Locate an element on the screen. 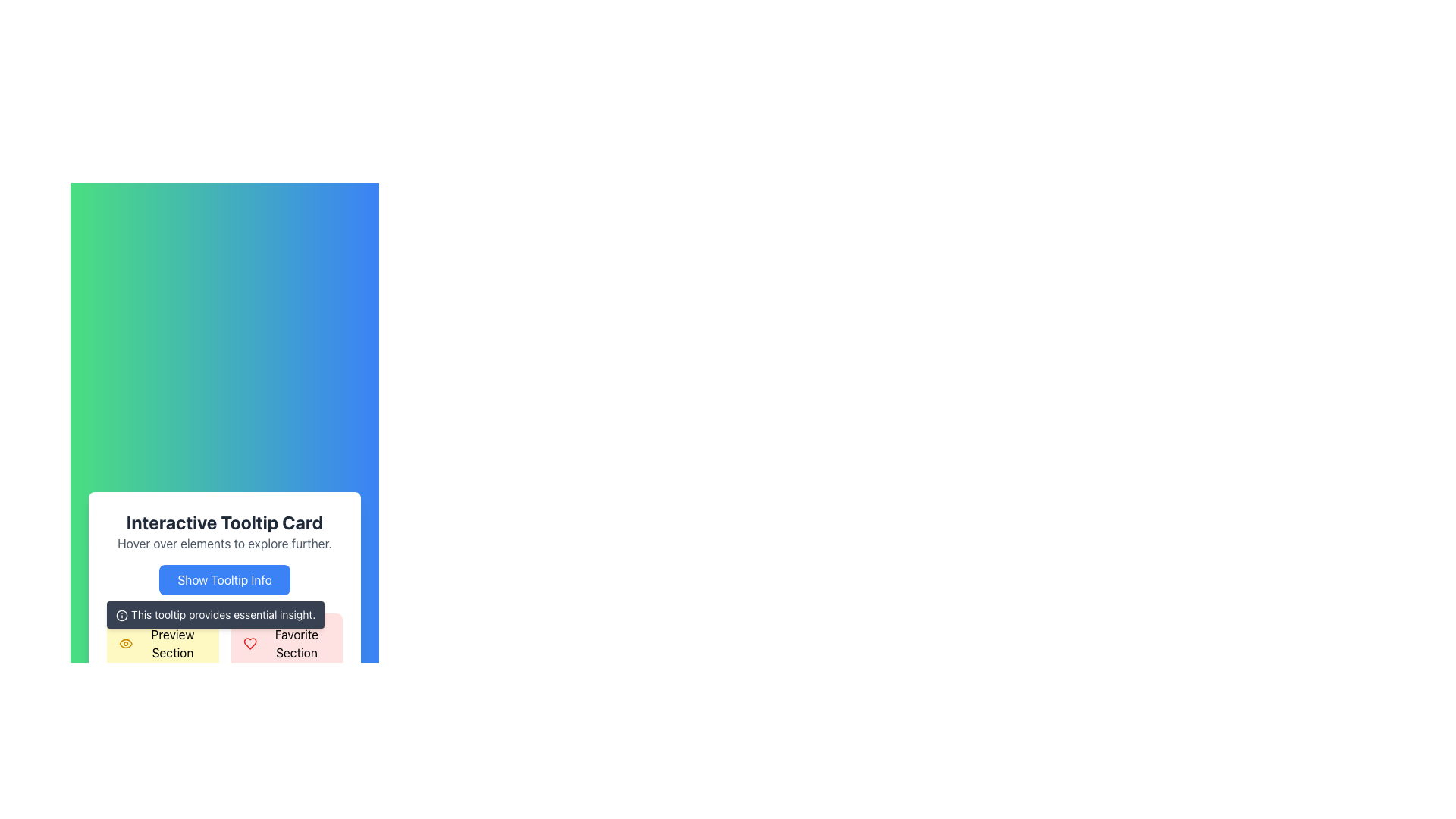 The image size is (1456, 819). the information icon located to the left of the text in the tooltip box that states 'This tooltip provides essential insight' is located at coordinates (122, 616).